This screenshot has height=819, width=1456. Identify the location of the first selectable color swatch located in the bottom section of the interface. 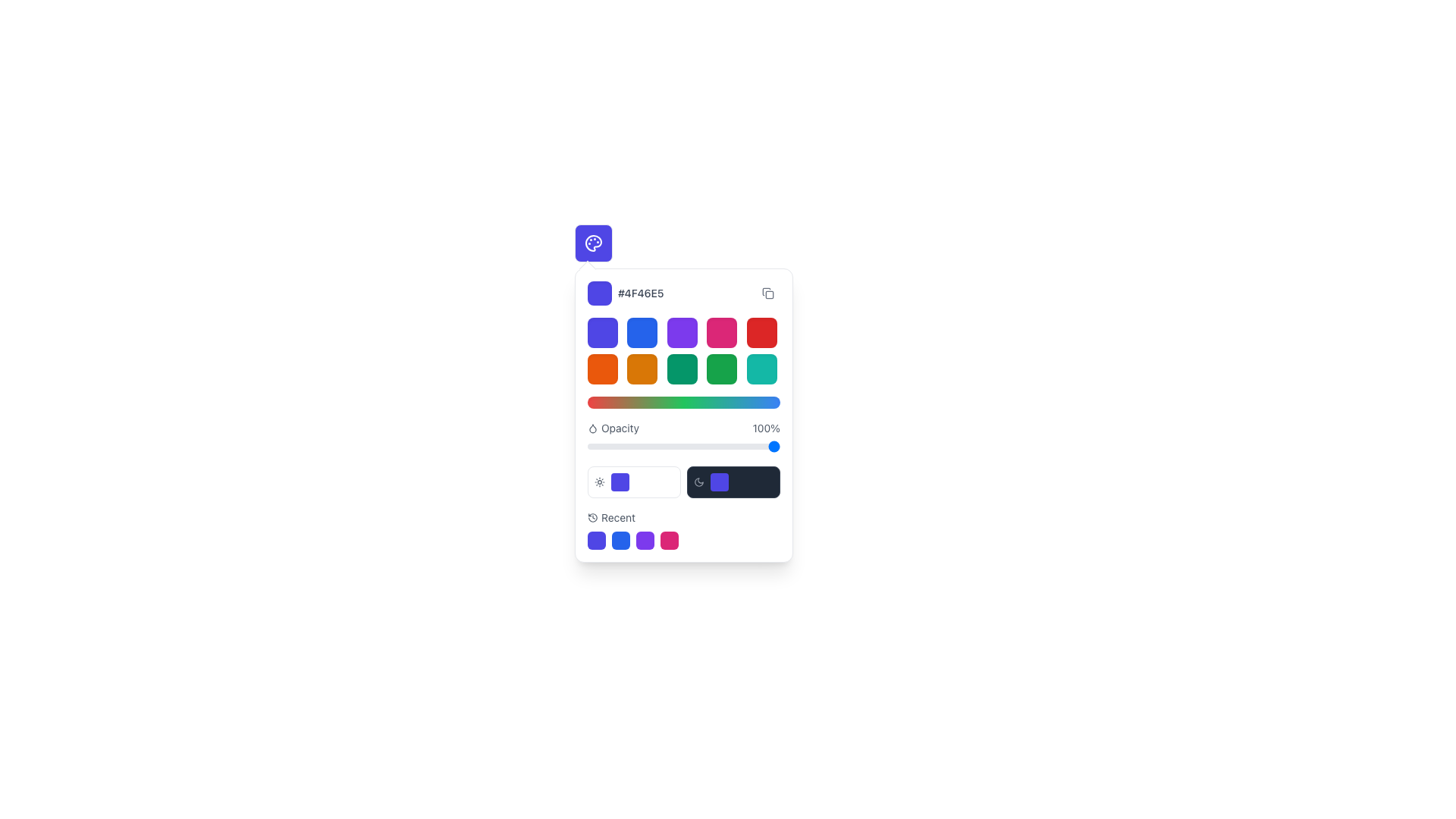
(596, 540).